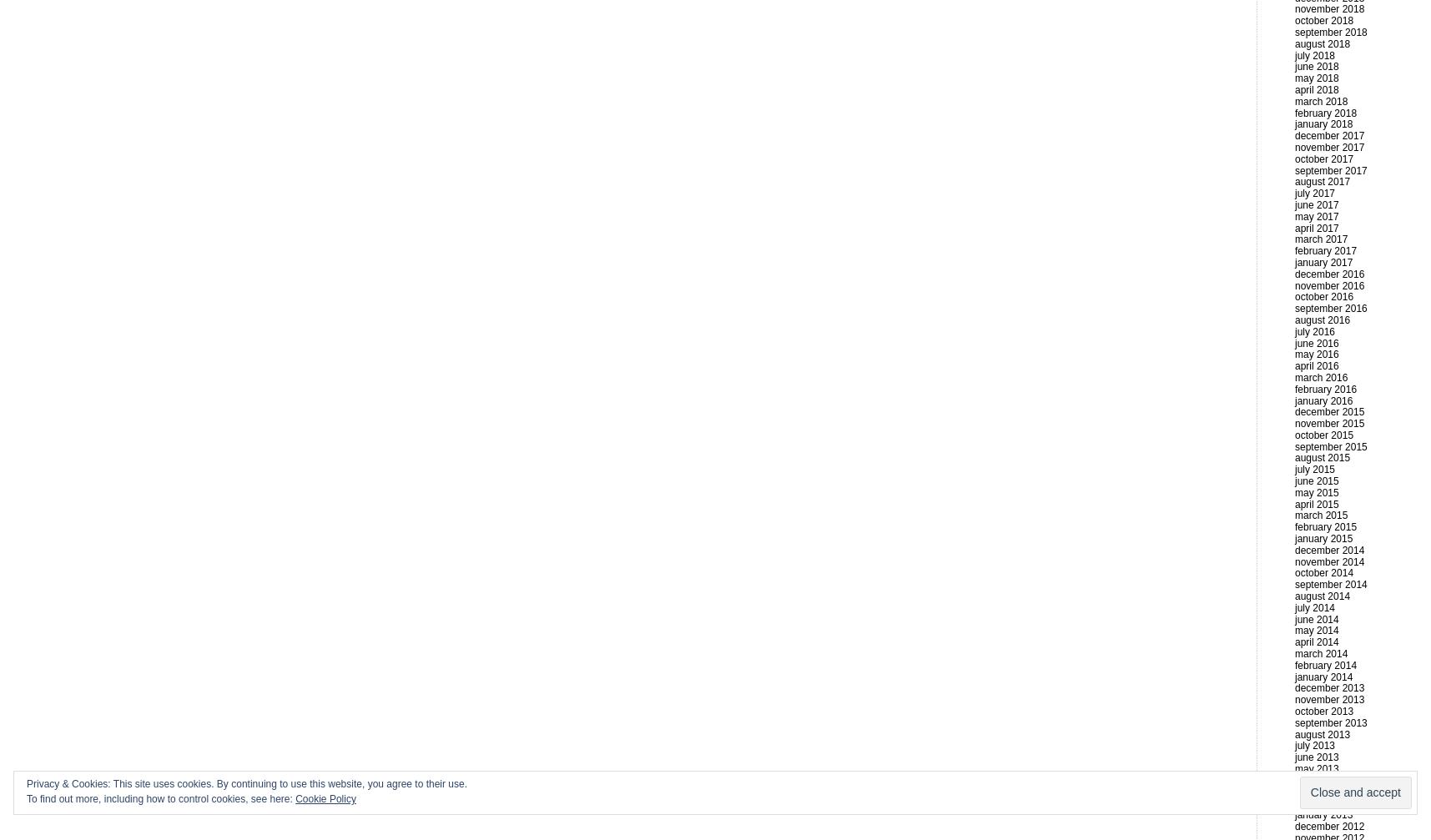 The image size is (1431, 840). I want to click on 'September 2015', so click(1330, 445).